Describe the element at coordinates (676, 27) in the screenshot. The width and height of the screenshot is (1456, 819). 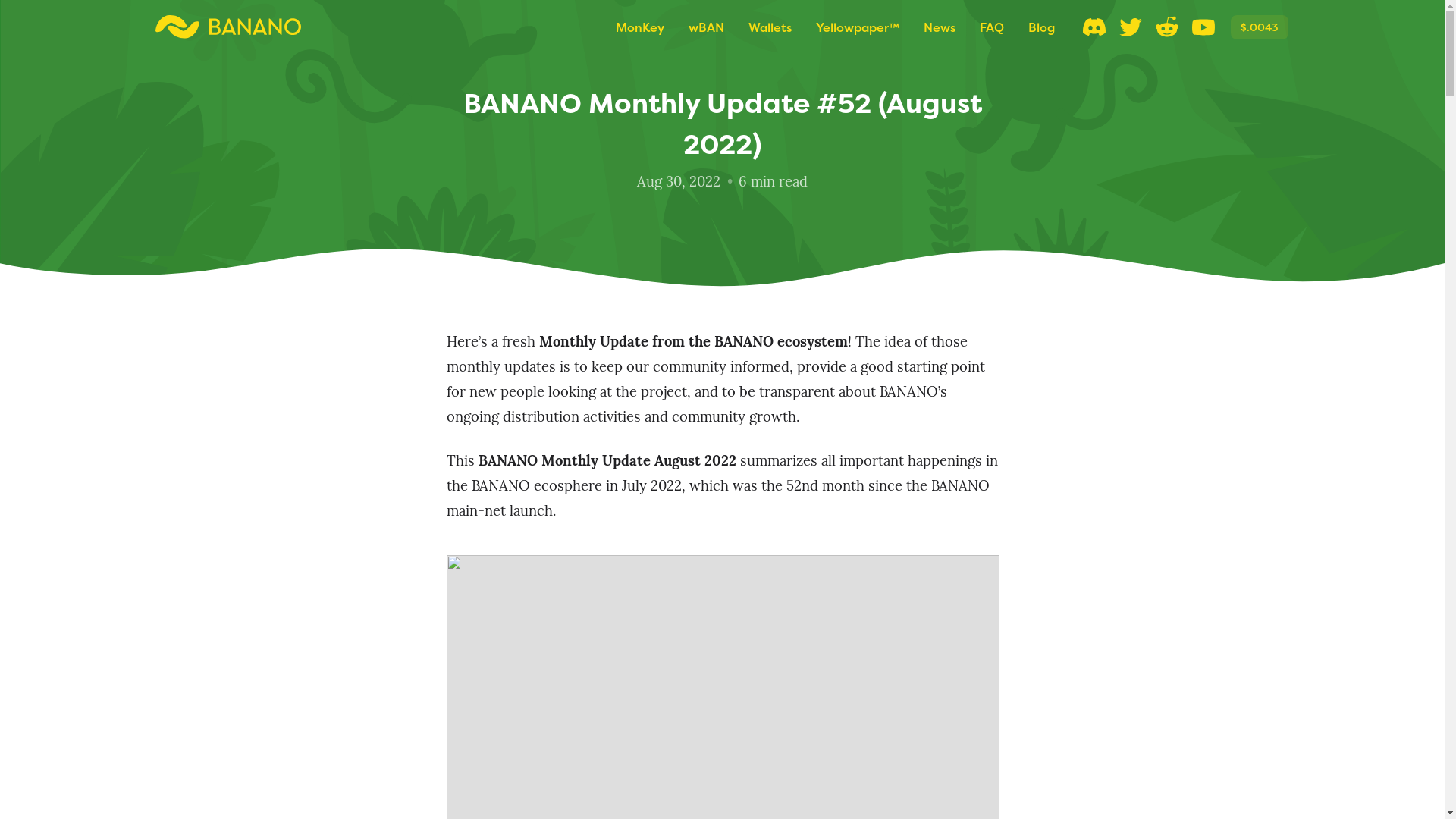
I see `'wBAN'` at that location.